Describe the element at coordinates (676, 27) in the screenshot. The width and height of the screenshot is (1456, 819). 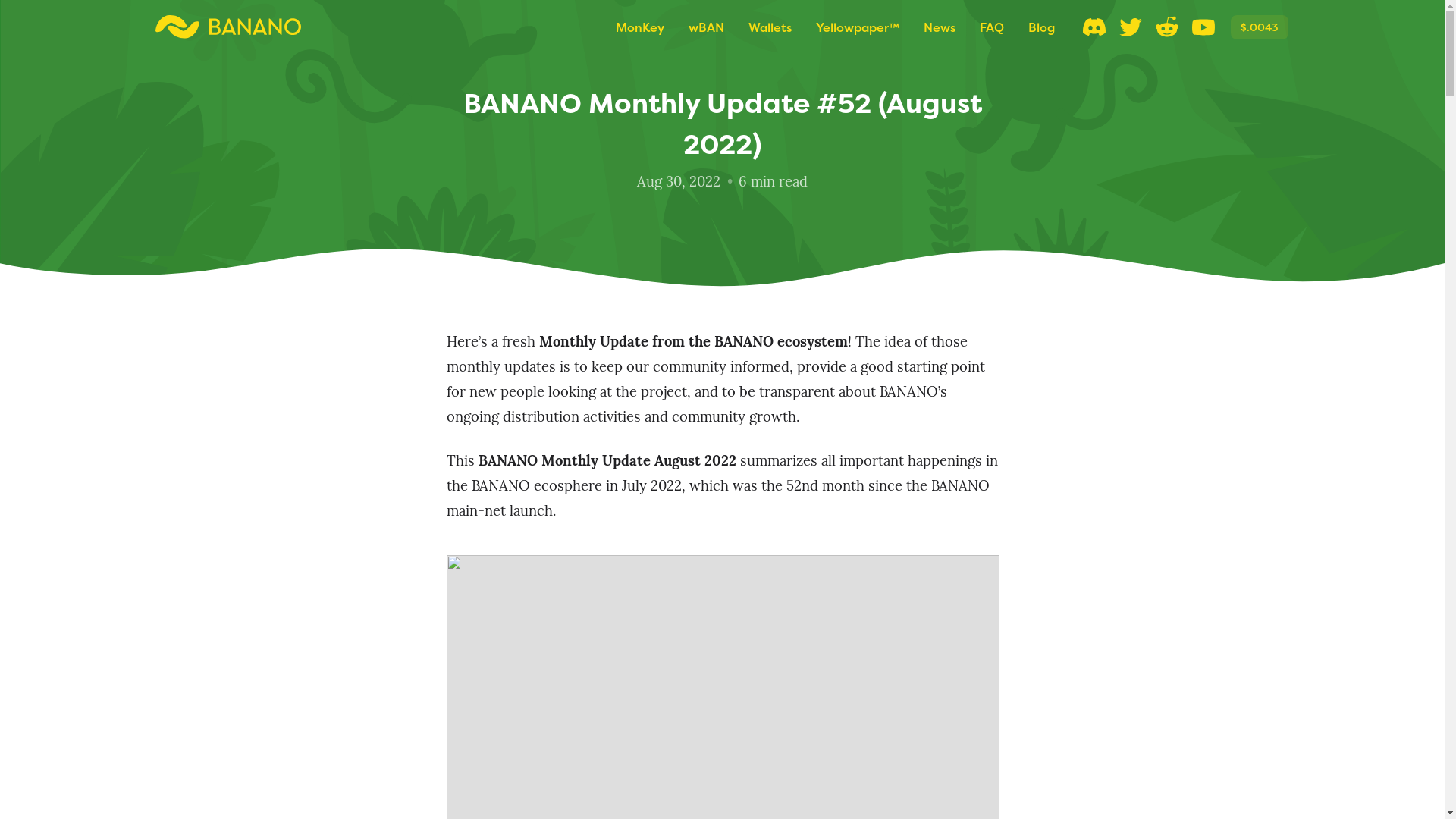
I see `'wBAN'` at that location.